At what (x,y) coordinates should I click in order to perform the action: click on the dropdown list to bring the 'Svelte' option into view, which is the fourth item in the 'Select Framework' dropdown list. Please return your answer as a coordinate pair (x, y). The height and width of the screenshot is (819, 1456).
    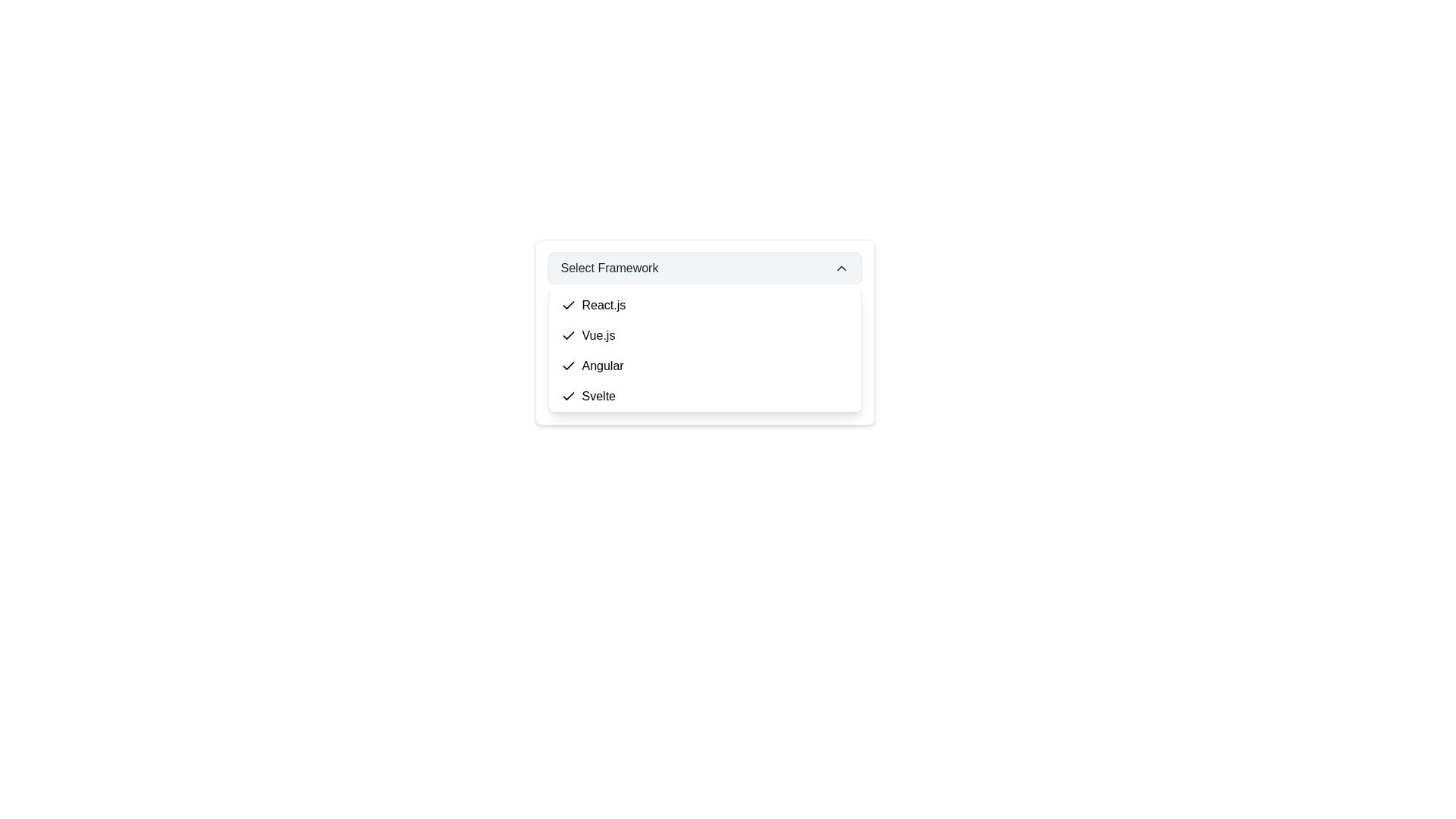
    Looking at the image, I should click on (704, 396).